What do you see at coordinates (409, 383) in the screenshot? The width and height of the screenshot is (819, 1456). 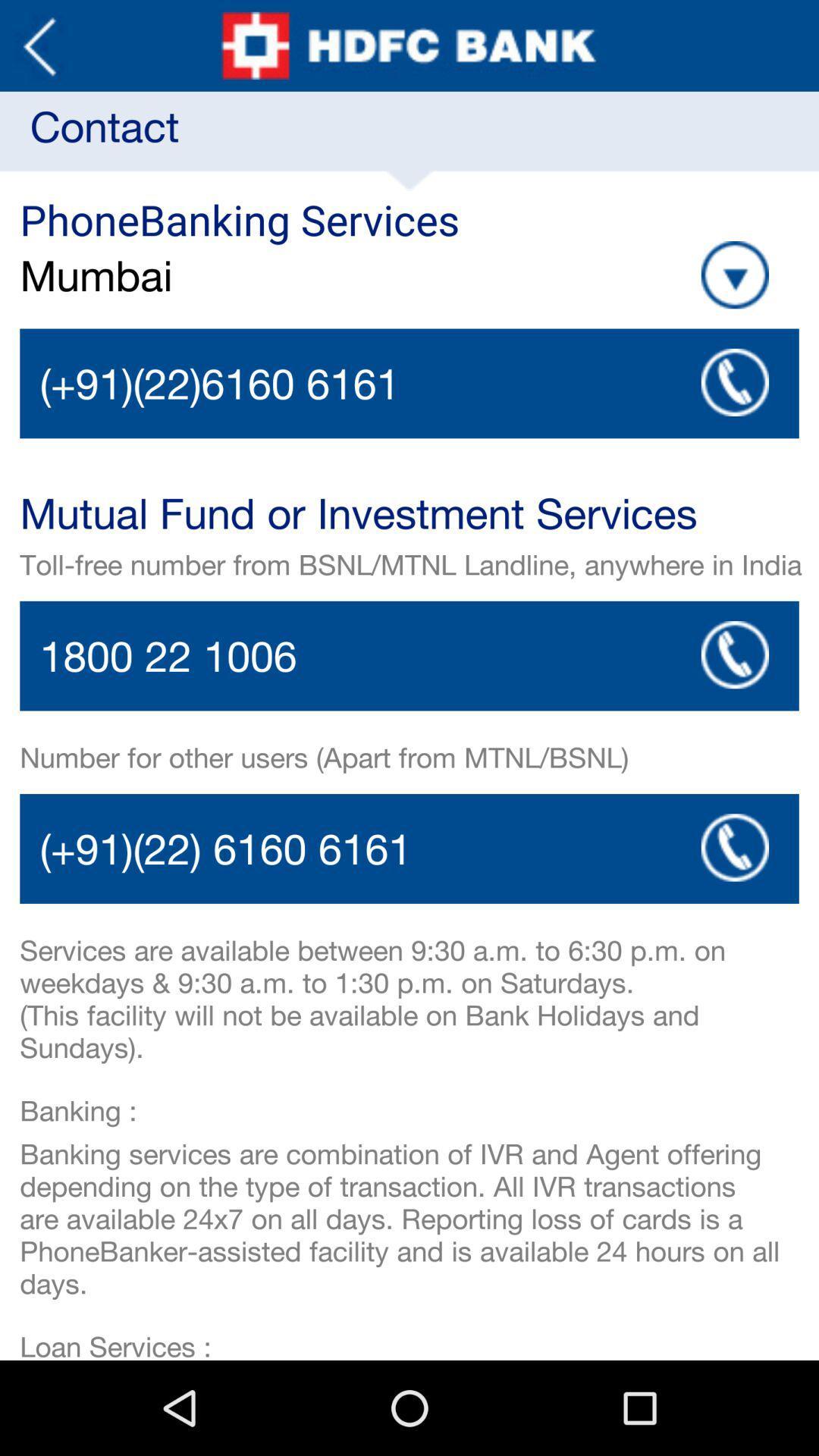 I see `call phone number` at bounding box center [409, 383].